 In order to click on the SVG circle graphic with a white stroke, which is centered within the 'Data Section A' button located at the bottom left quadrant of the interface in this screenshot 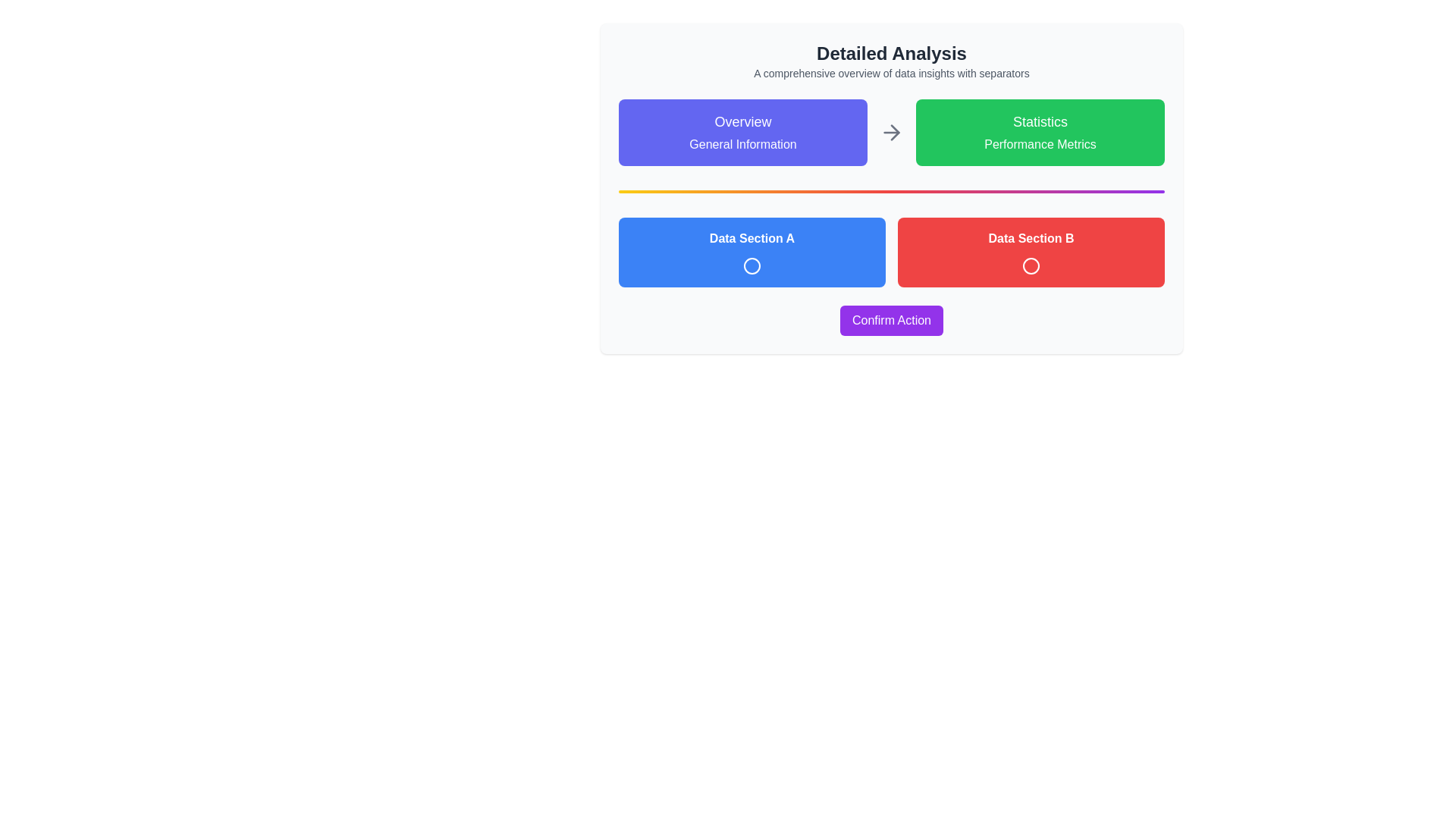, I will do `click(752, 265)`.